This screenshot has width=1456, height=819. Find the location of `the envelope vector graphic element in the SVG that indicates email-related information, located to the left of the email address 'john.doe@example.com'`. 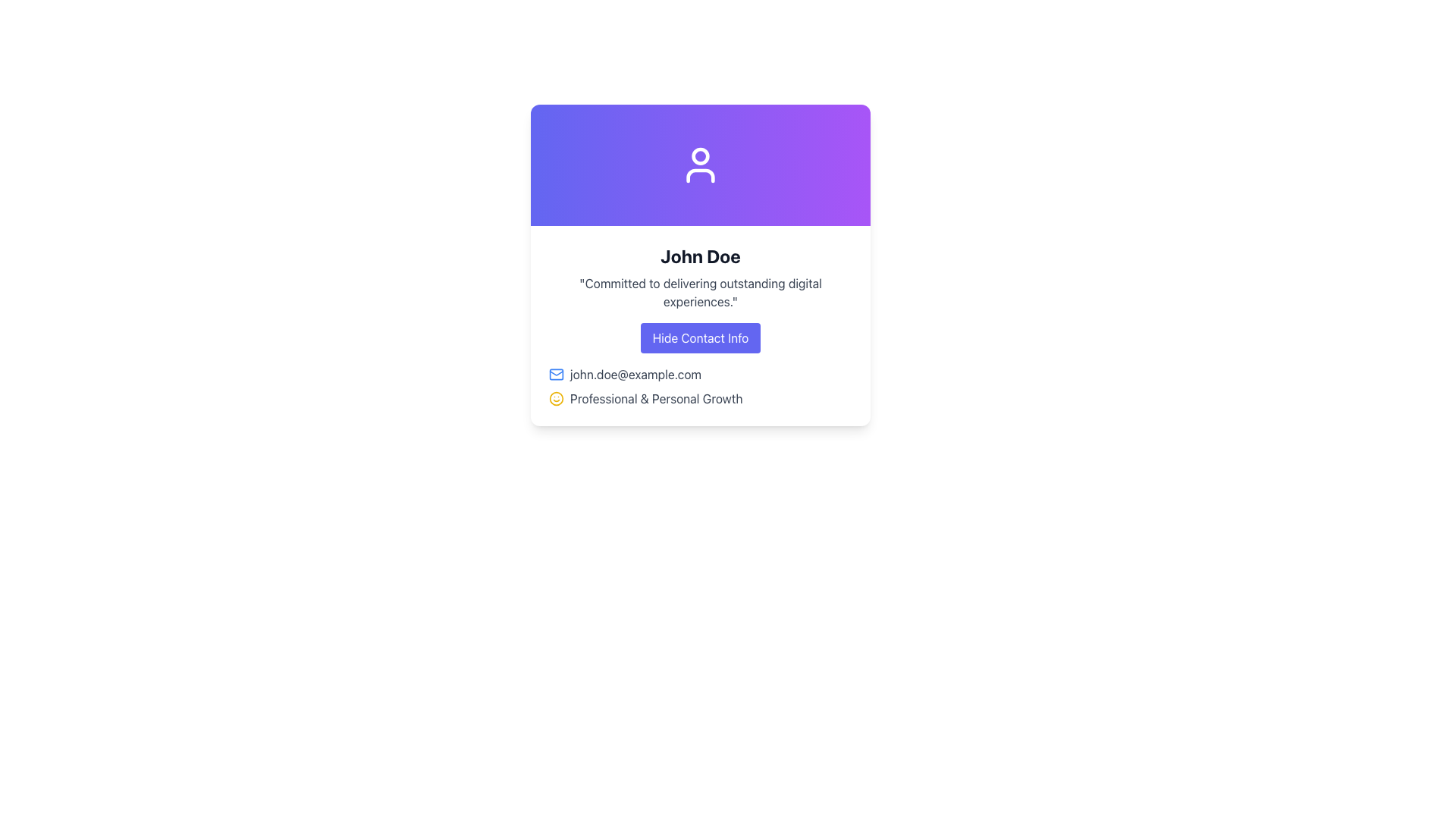

the envelope vector graphic element in the SVG that indicates email-related information, located to the left of the email address 'john.doe@example.com' is located at coordinates (556, 373).